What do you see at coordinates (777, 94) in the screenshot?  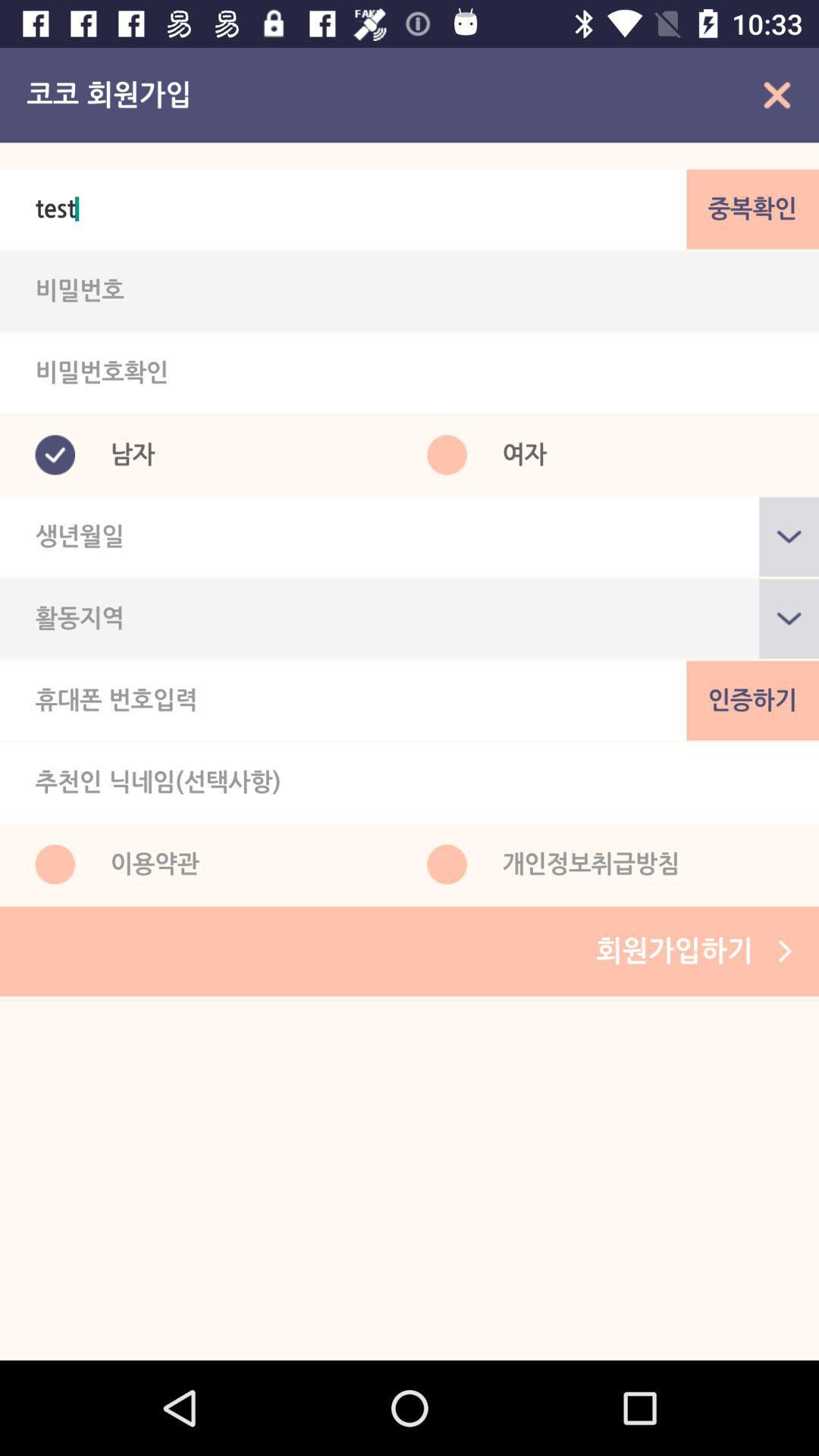 I see `the close icon` at bounding box center [777, 94].